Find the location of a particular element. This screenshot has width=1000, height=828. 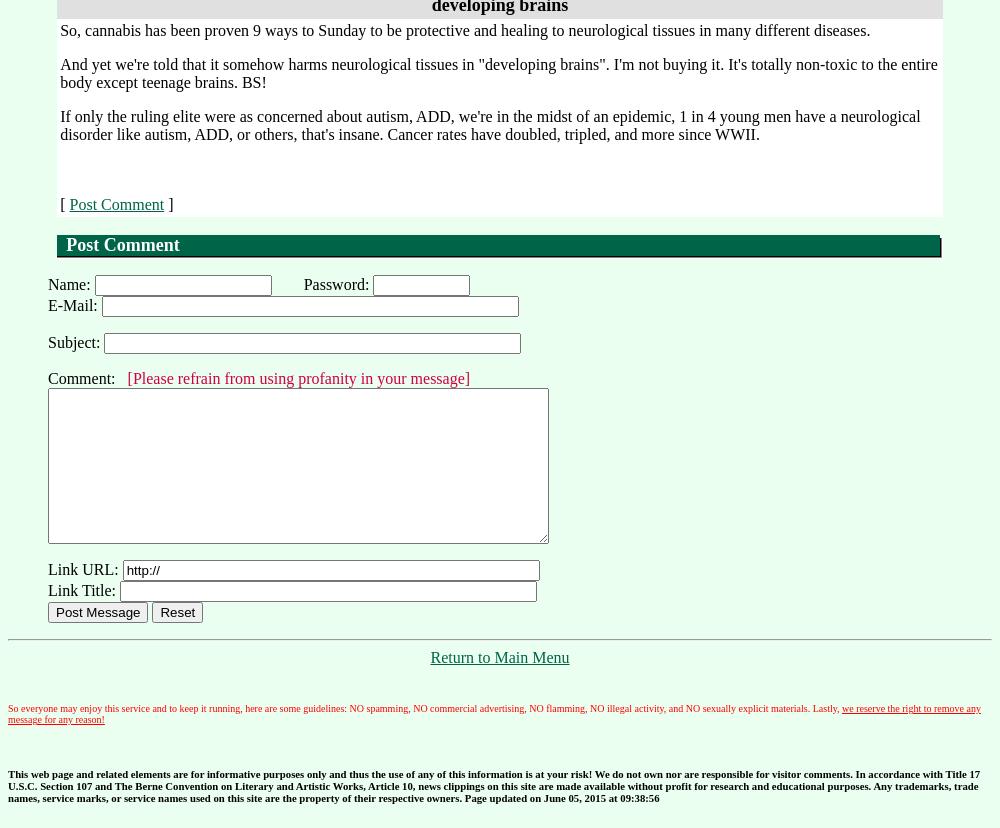

'E-Mail:' is located at coordinates (48, 305).